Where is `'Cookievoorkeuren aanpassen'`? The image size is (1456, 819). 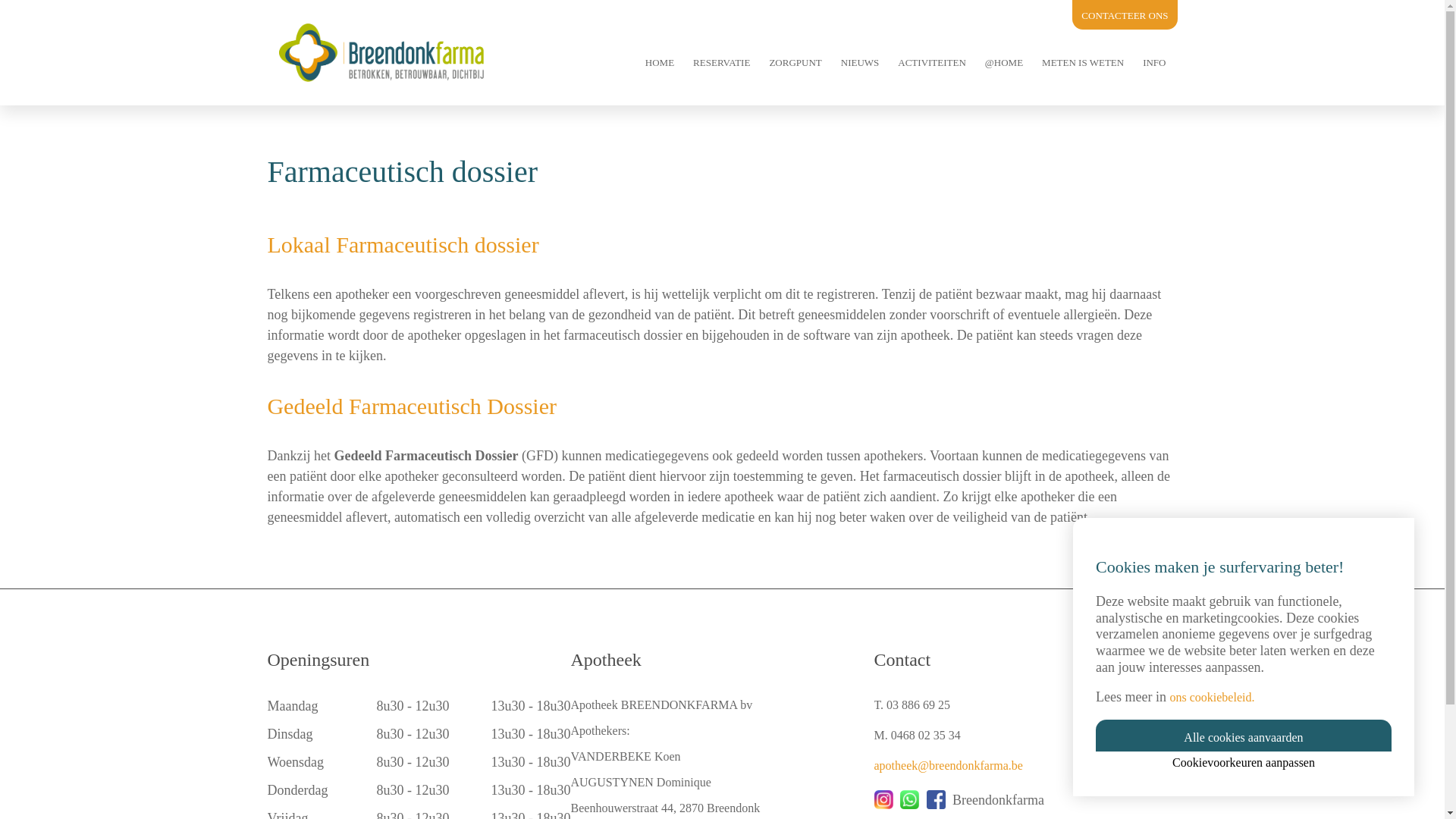
'Cookievoorkeuren aanpassen' is located at coordinates (1244, 762).